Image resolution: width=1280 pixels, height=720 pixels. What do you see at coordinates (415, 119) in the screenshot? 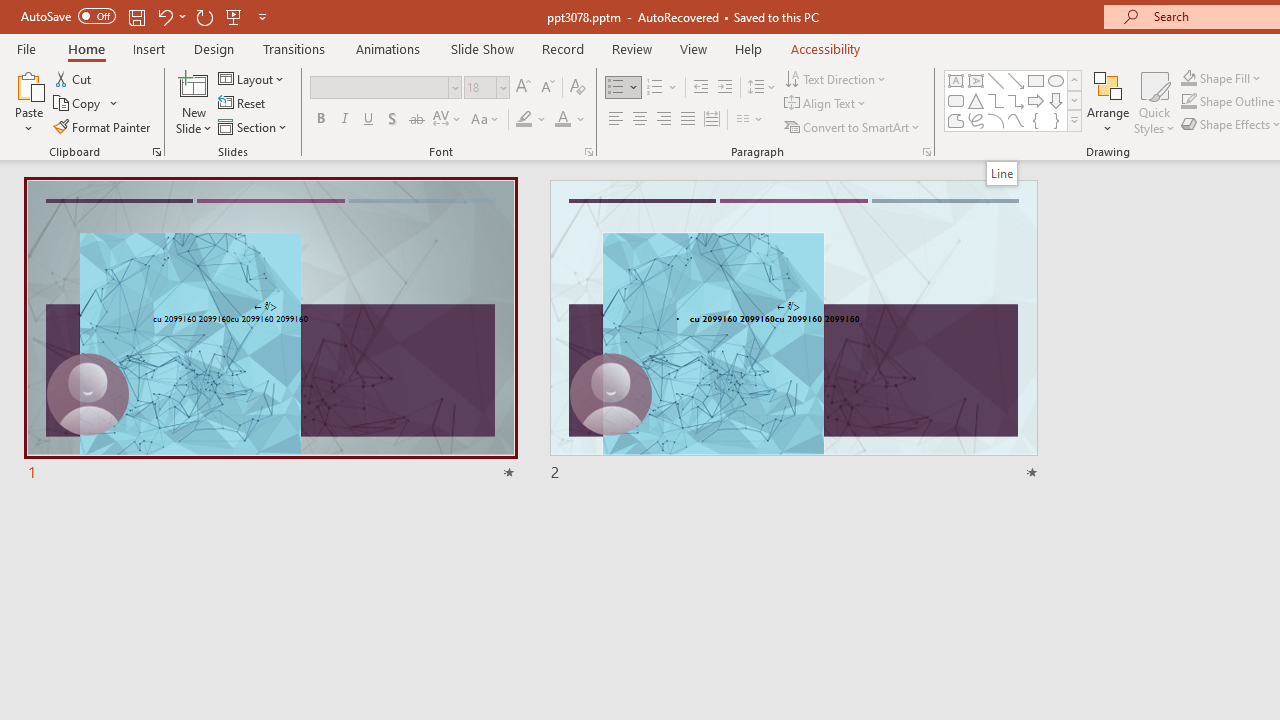
I see `'Strikethrough'` at bounding box center [415, 119].